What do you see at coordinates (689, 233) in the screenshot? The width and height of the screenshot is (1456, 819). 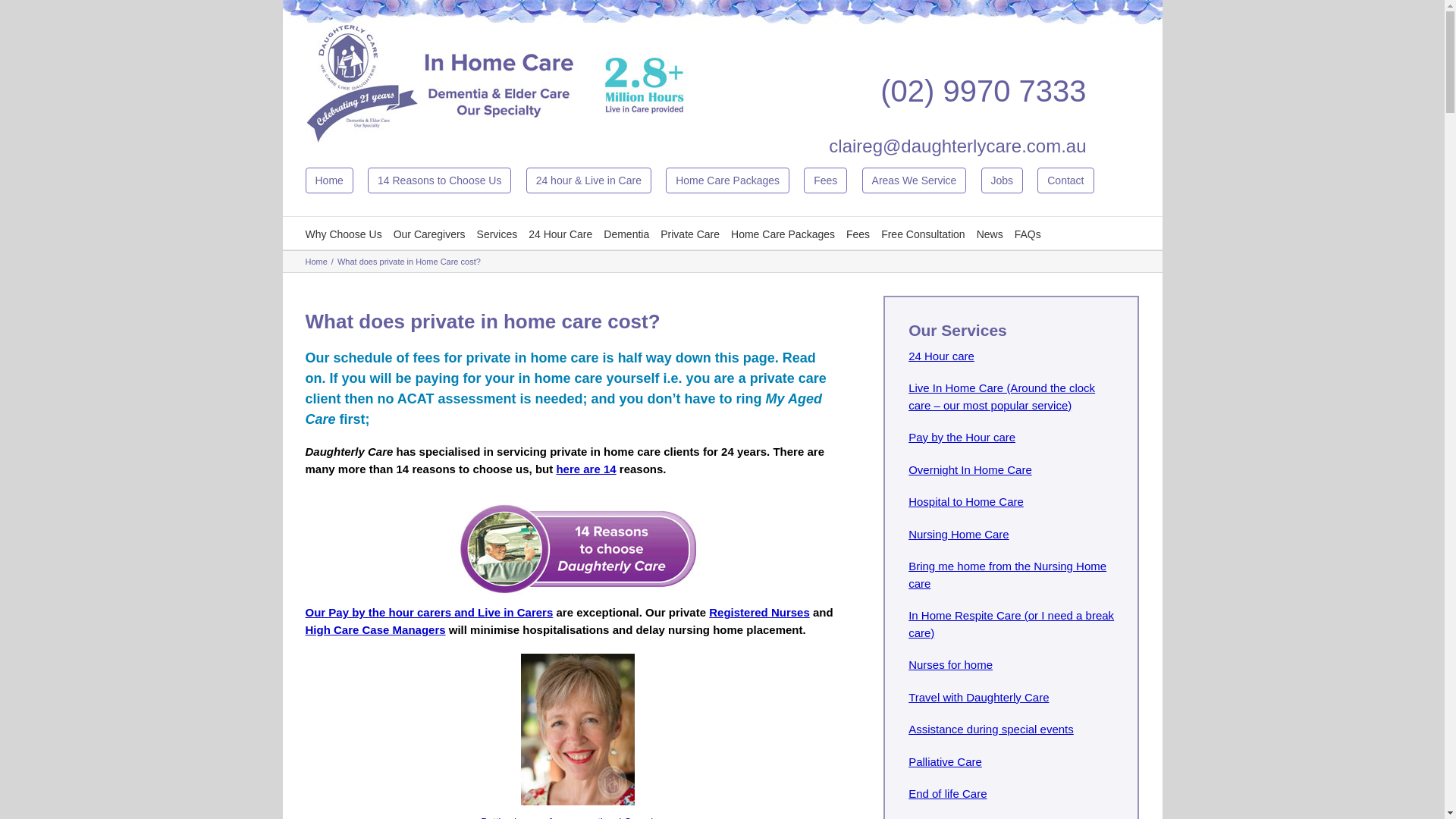 I see `'Private Care'` at bounding box center [689, 233].